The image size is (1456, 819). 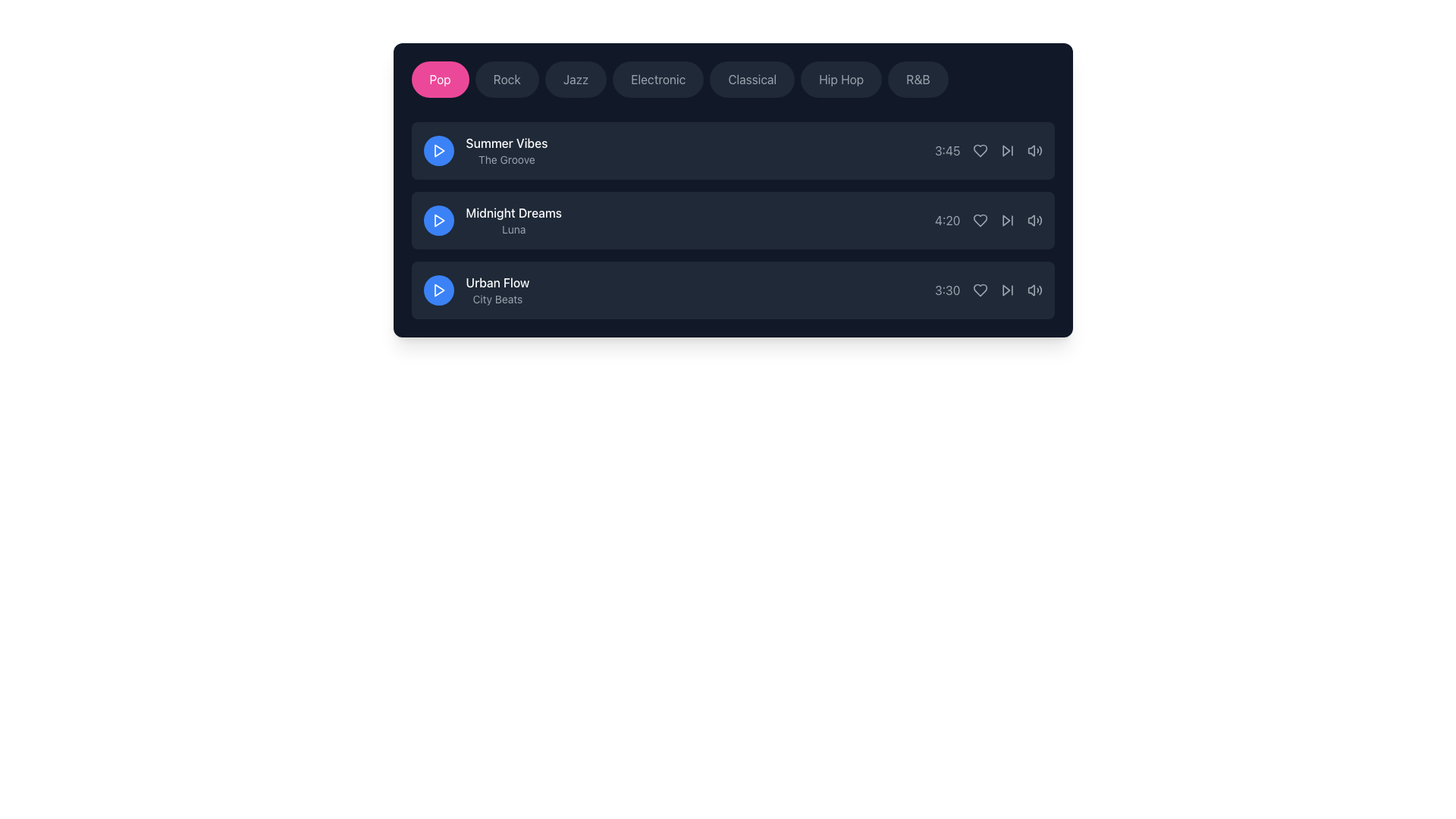 What do you see at coordinates (733, 220) in the screenshot?
I see `the list item displaying 'Midnight Dreams' with a dark background` at bounding box center [733, 220].